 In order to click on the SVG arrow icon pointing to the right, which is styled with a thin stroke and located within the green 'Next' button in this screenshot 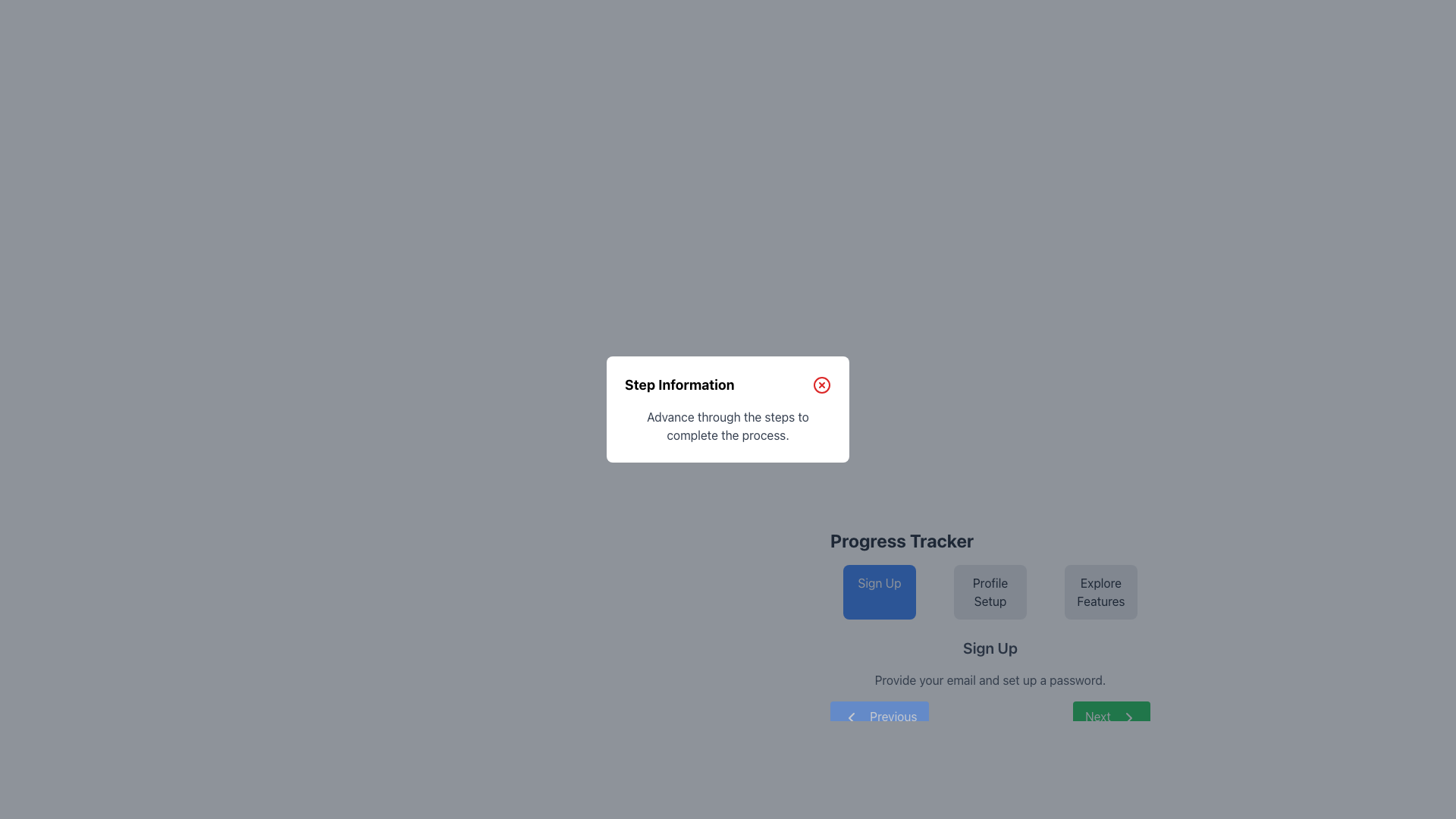, I will do `click(1128, 717)`.